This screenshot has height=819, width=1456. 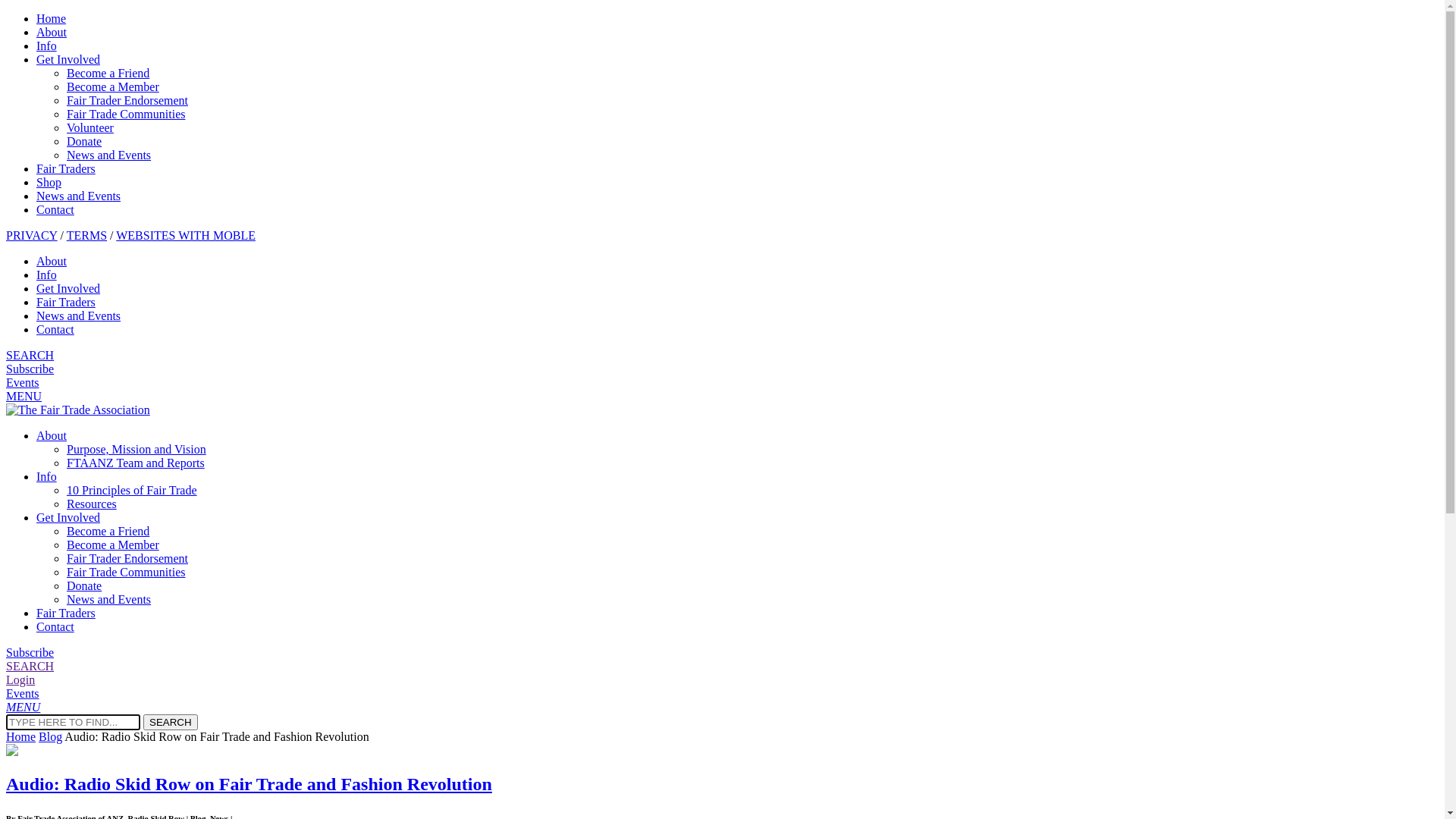 I want to click on 'SEARCH', so click(x=30, y=665).